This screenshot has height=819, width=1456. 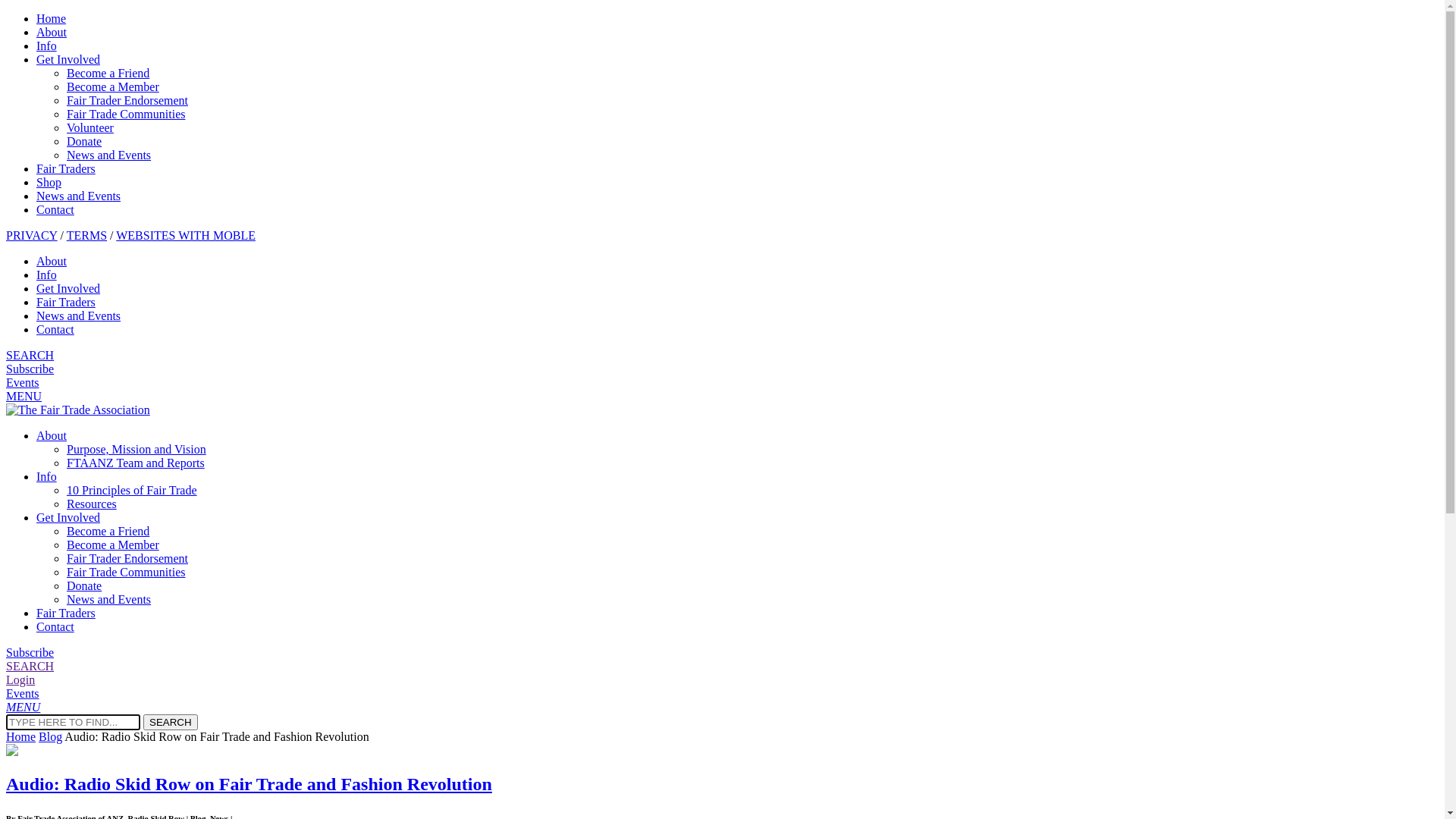 I want to click on 'SEARCH', so click(x=30, y=665).